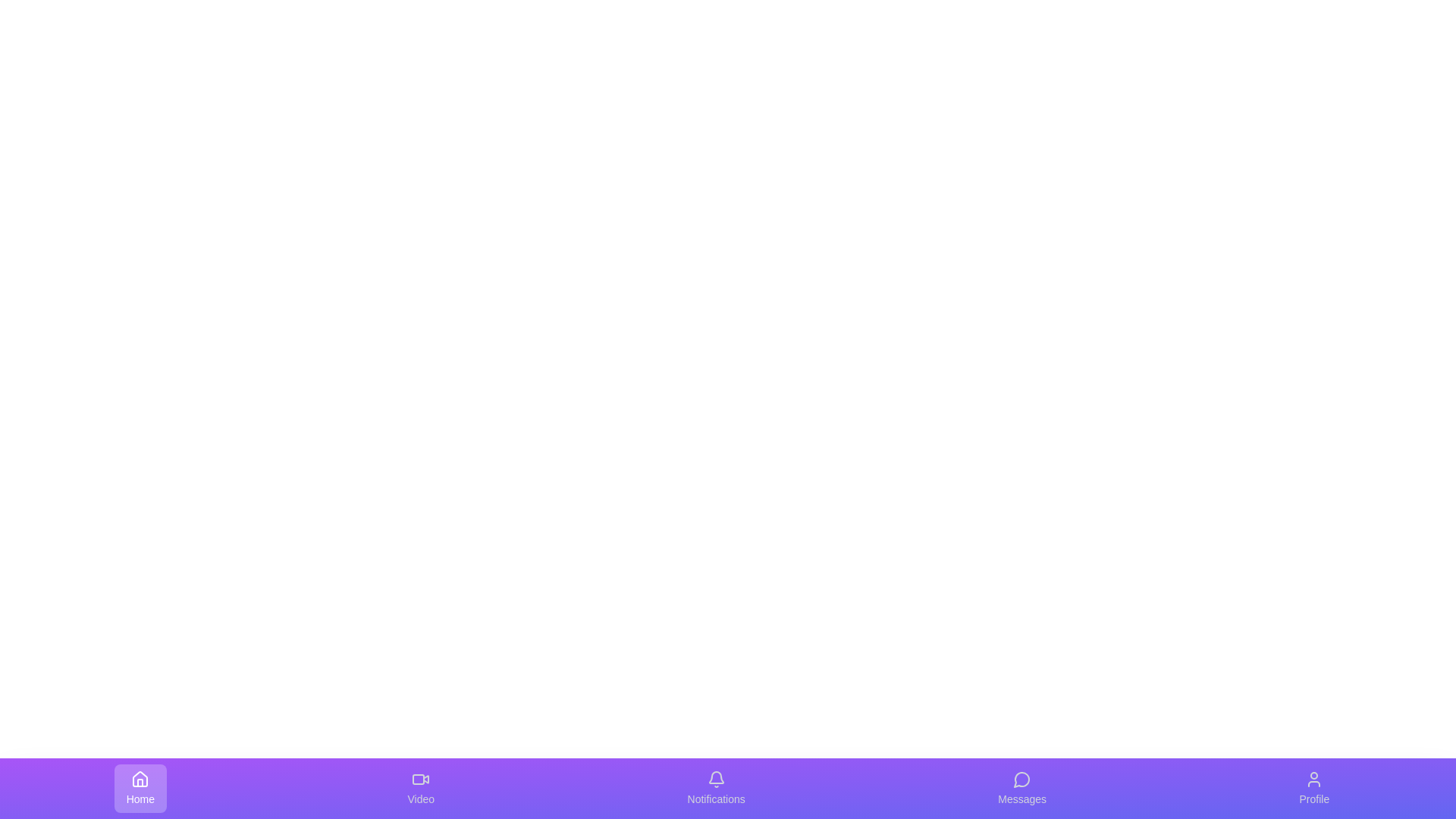 This screenshot has height=819, width=1456. Describe the element at coordinates (1313, 788) in the screenshot. I see `the icon for Profile to trigger visual feedback` at that location.